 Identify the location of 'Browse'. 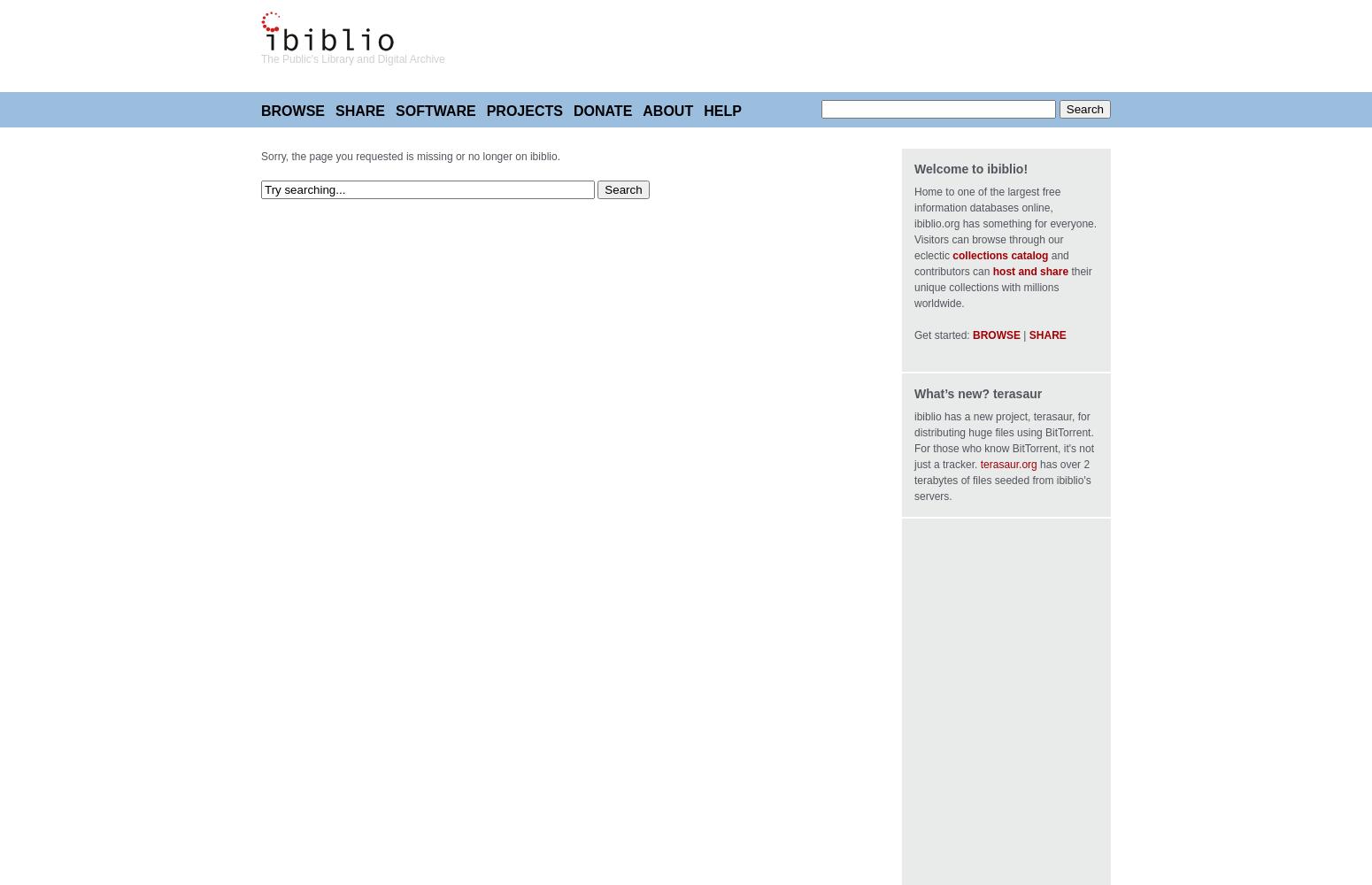
(291, 111).